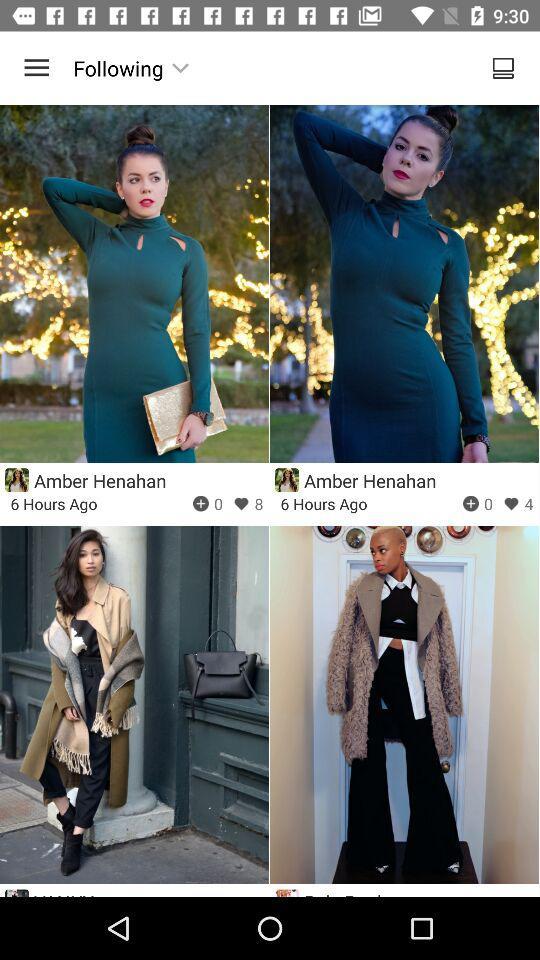  What do you see at coordinates (16, 480) in the screenshot?
I see `enlarge profile picture` at bounding box center [16, 480].